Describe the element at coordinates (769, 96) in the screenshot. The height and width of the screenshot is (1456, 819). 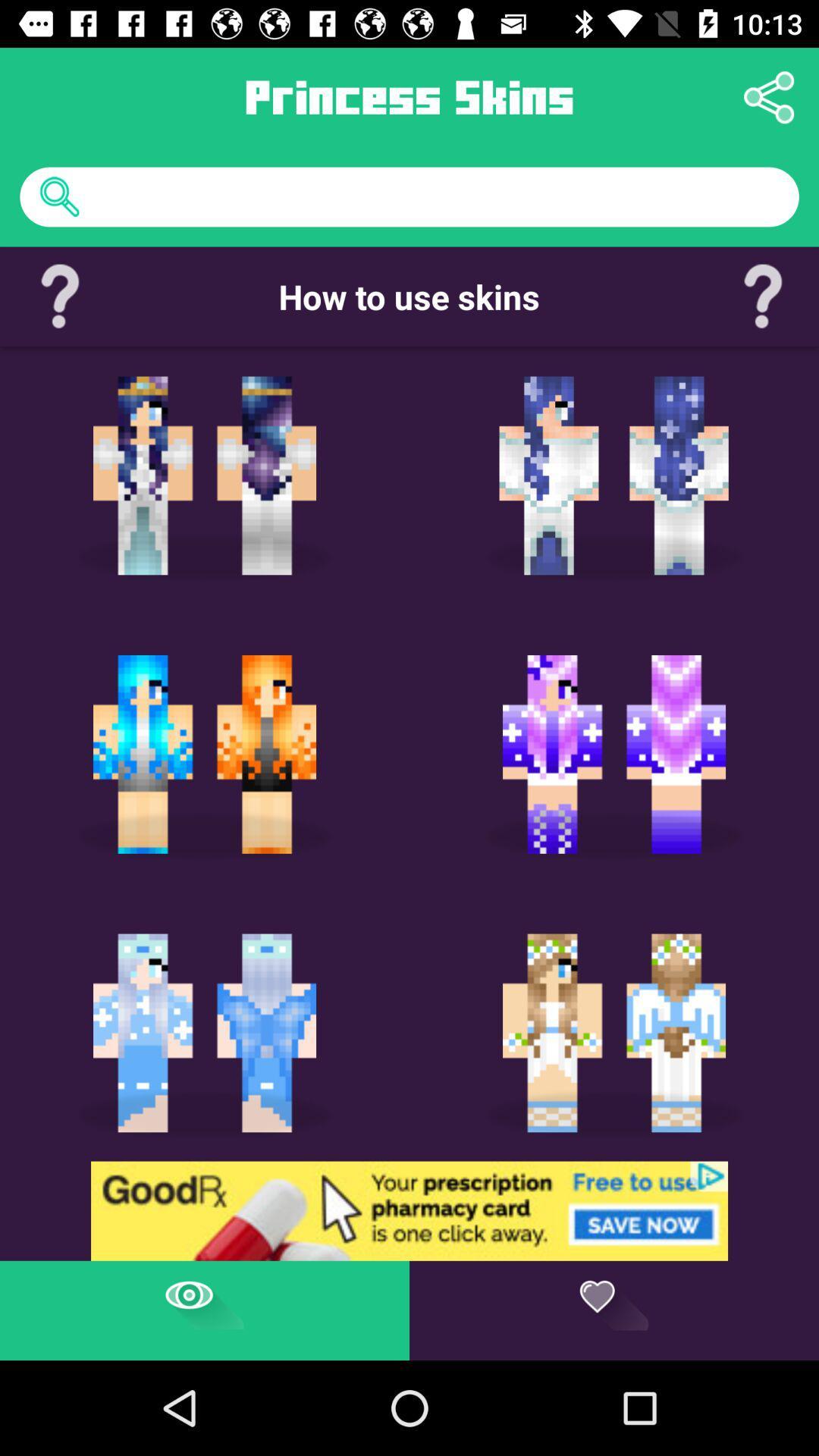
I see `the share icon` at that location.